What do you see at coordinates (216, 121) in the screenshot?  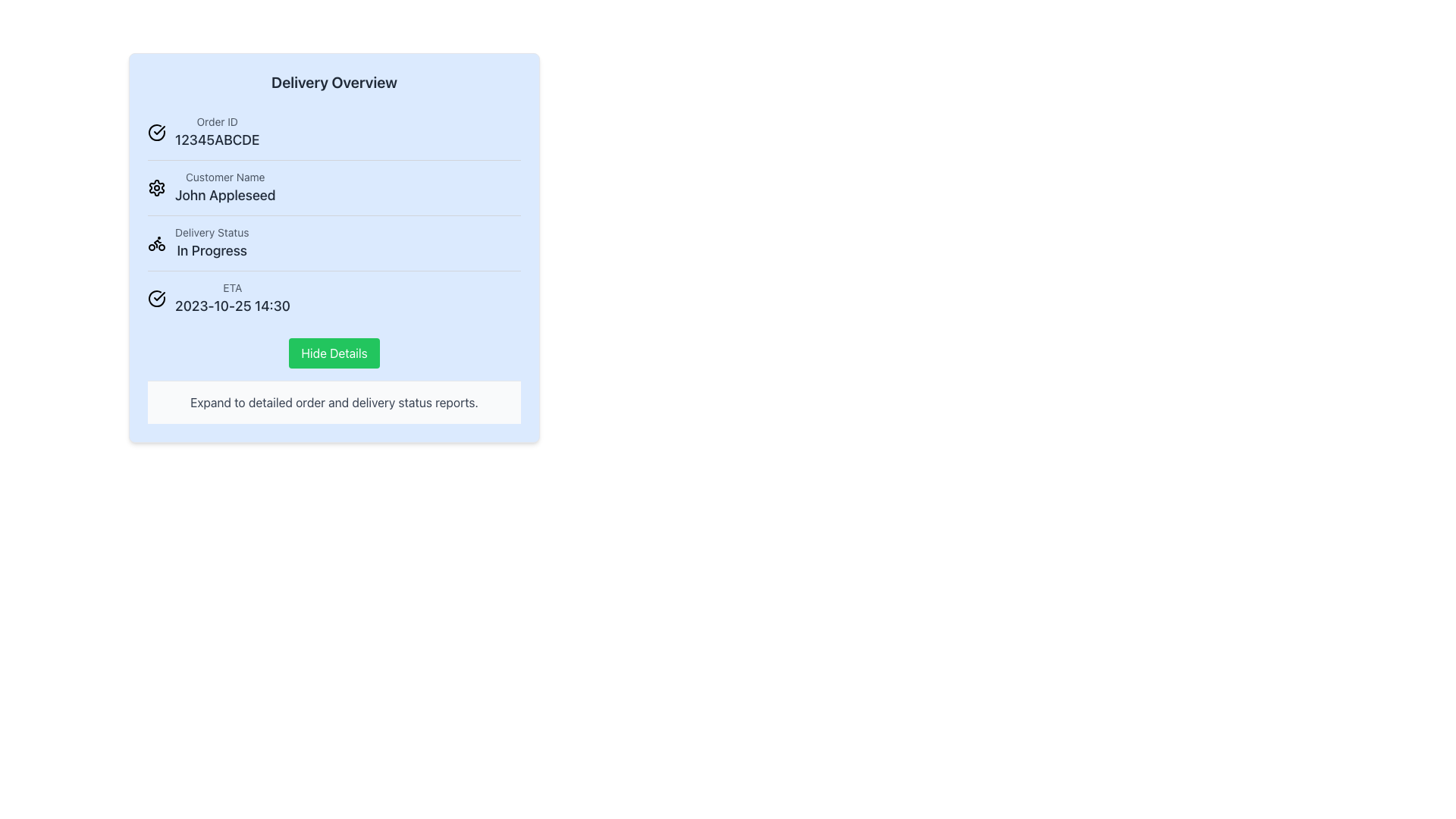 I see `the label that identifies the associated order ID value, which is positioned above the order ID text '12345ABCDE' within the delivery information card` at bounding box center [216, 121].